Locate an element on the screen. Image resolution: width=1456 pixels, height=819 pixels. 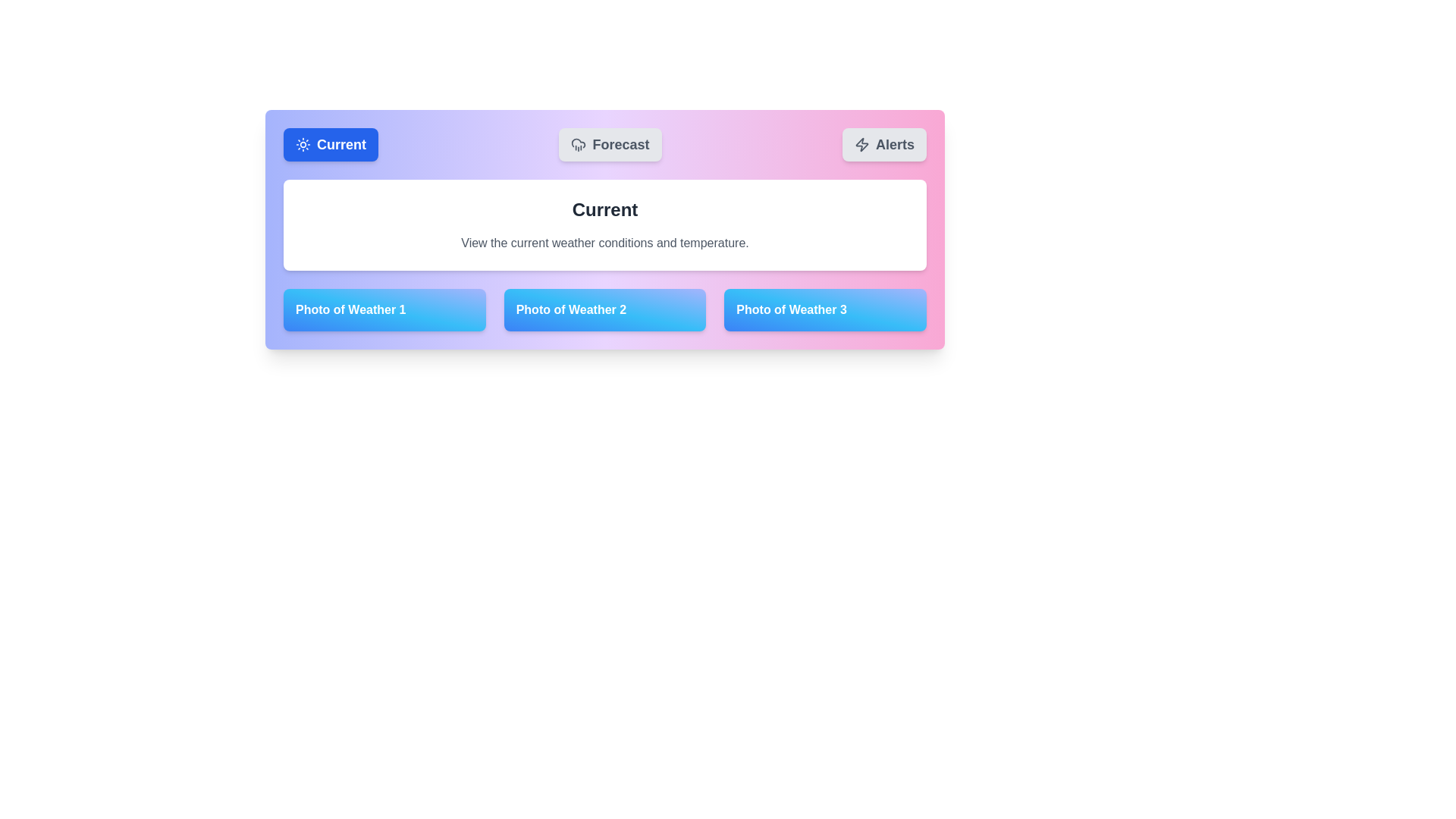
the button labeled 'Forecast' in the navigation bar located at the top of the interface is located at coordinates (604, 145).